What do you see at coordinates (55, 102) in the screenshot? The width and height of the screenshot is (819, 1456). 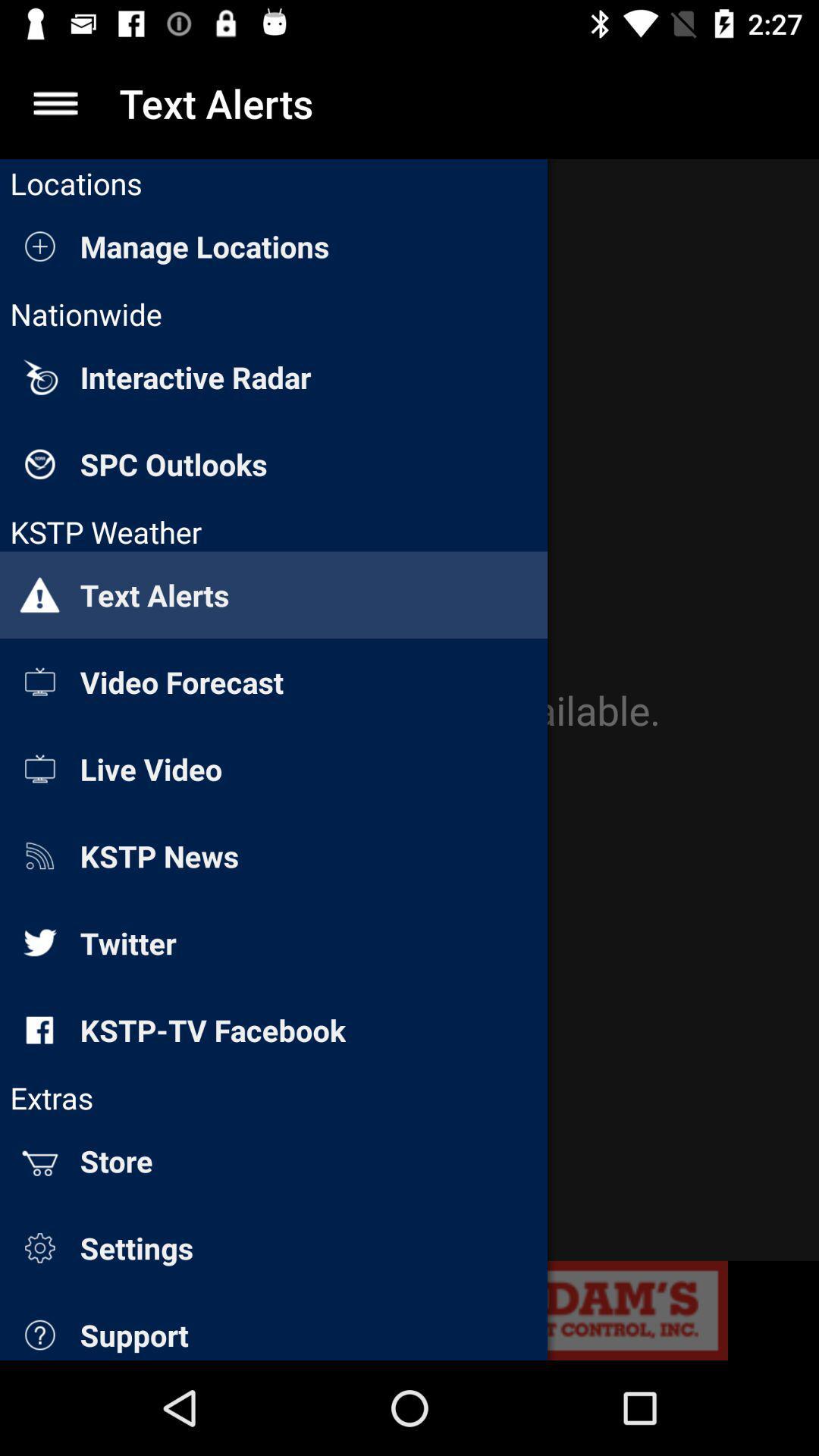 I see `menu button` at bounding box center [55, 102].